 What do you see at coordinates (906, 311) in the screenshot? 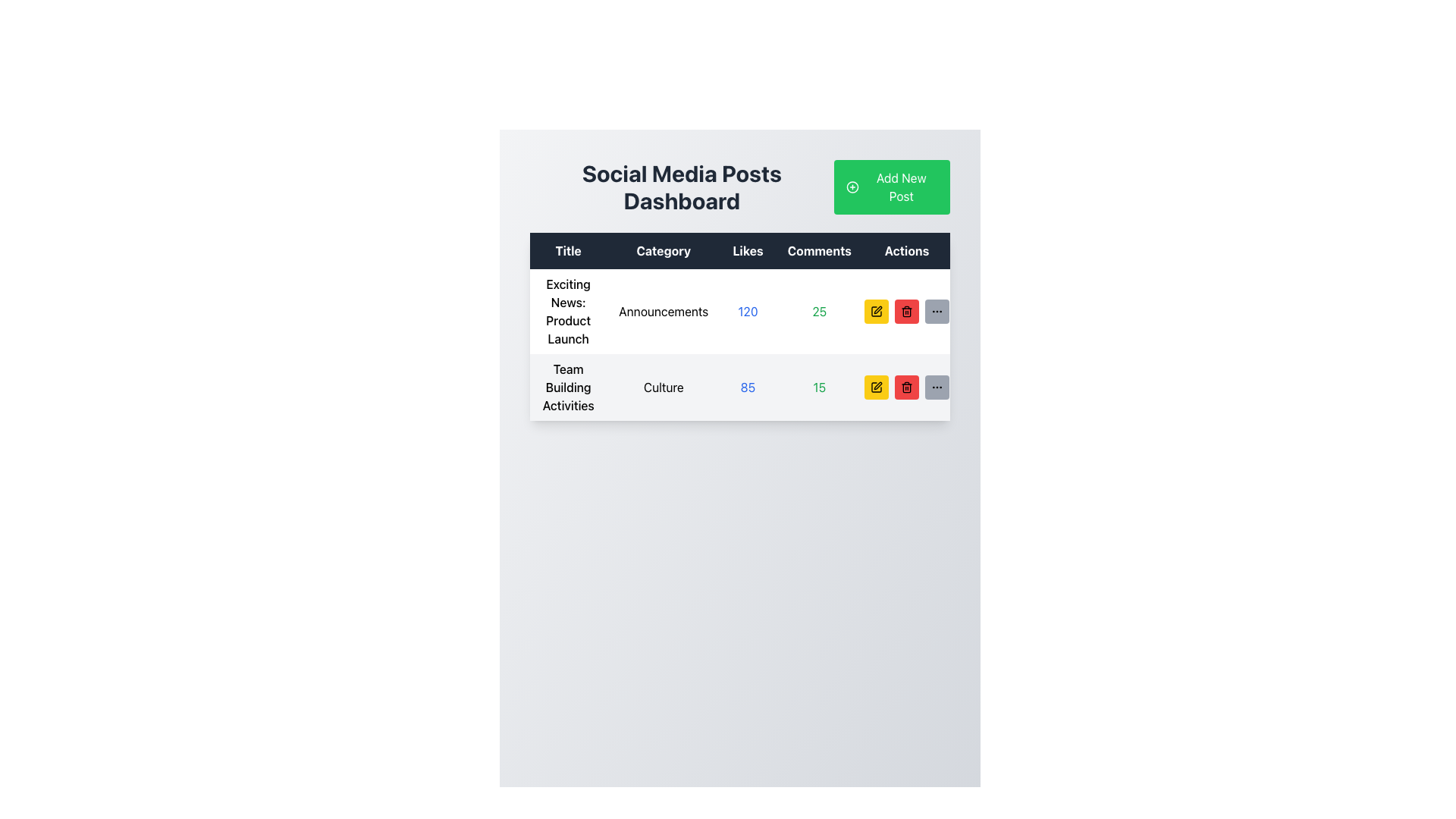
I see `the delete button for the entry 'Exciting News: Product Launch'` at bounding box center [906, 311].